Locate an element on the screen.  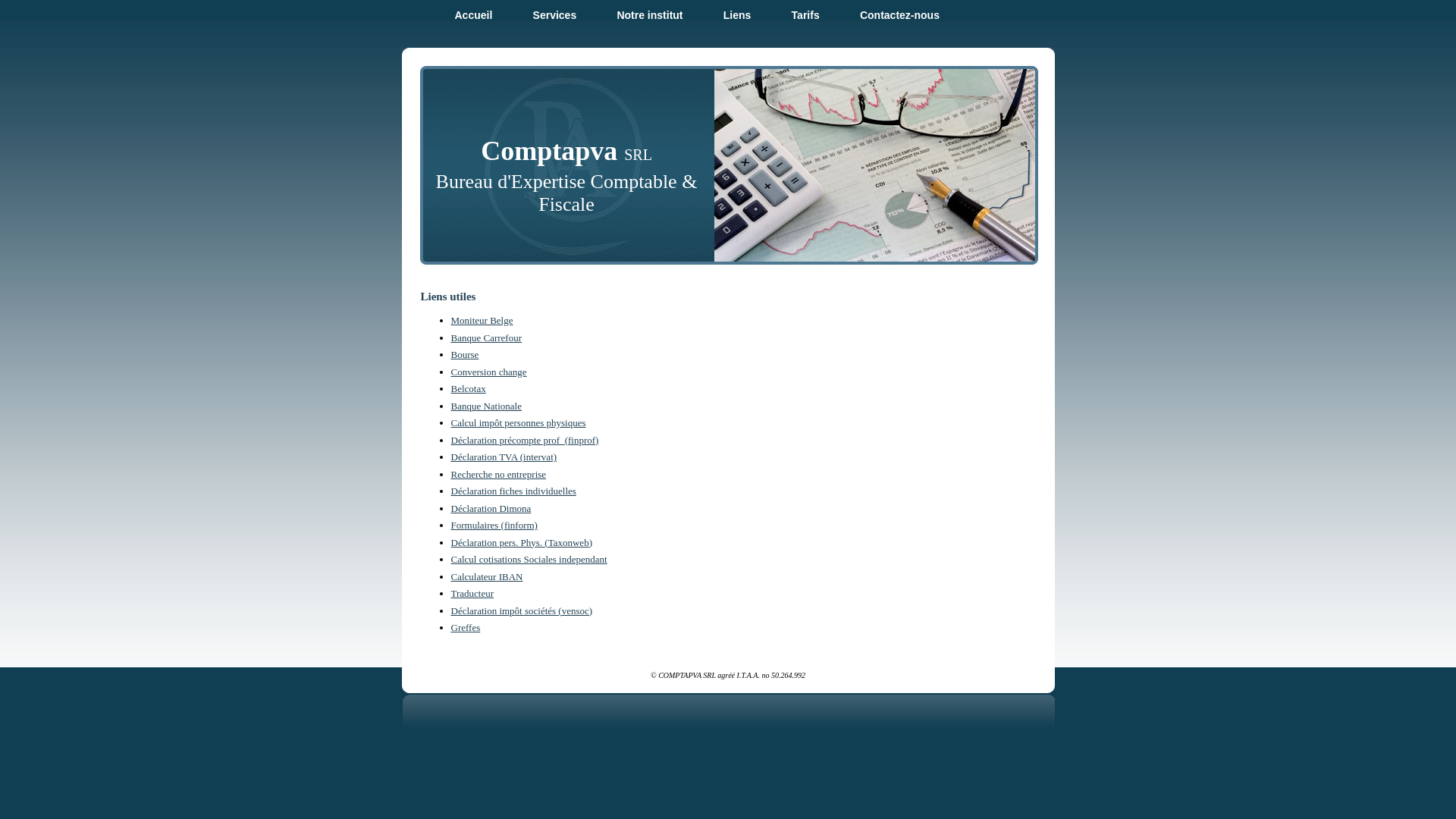
'Services' is located at coordinates (517, 14).